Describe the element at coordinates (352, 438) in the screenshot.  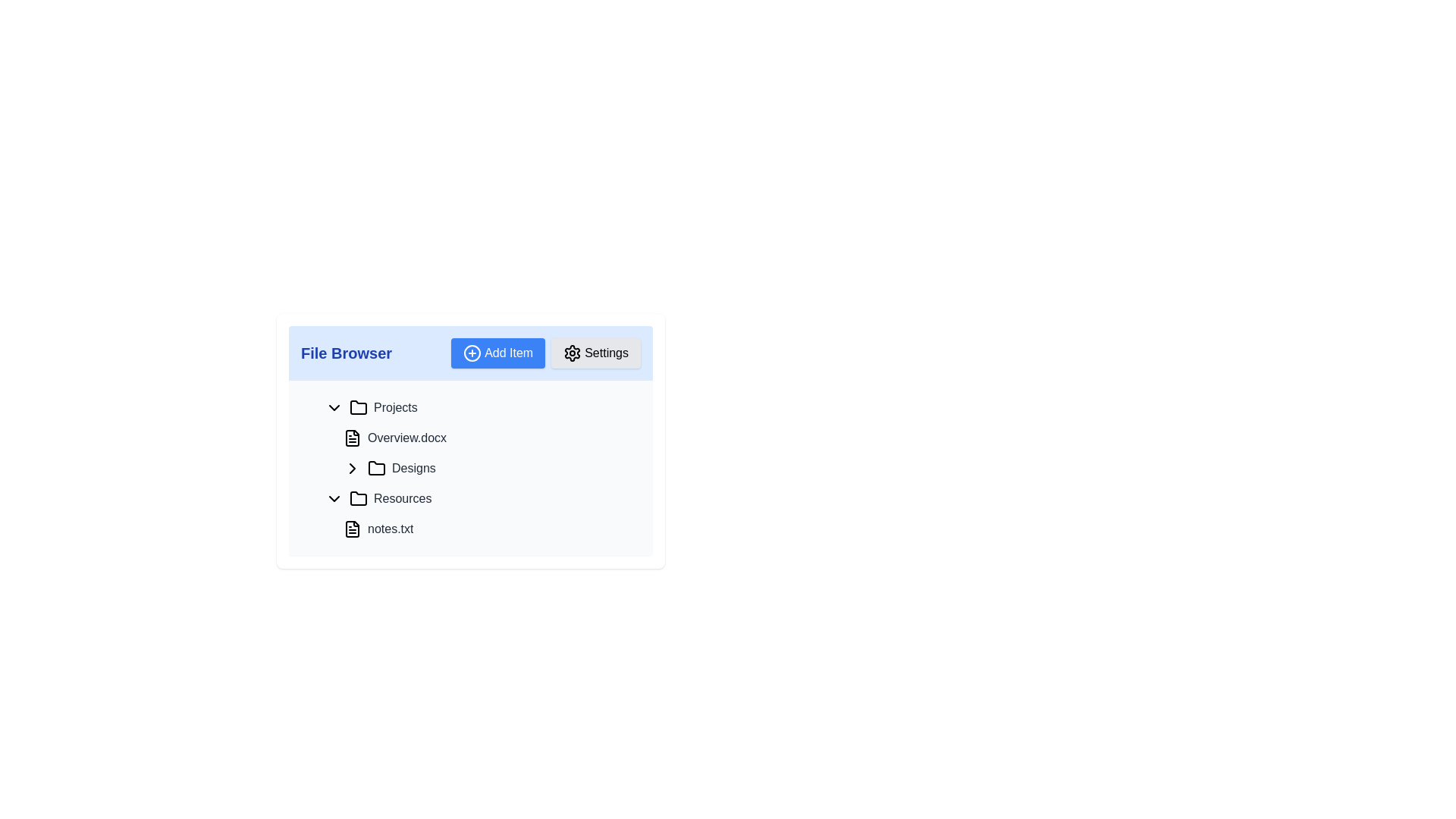
I see `the document icon representing 'Overview.docx'` at that location.